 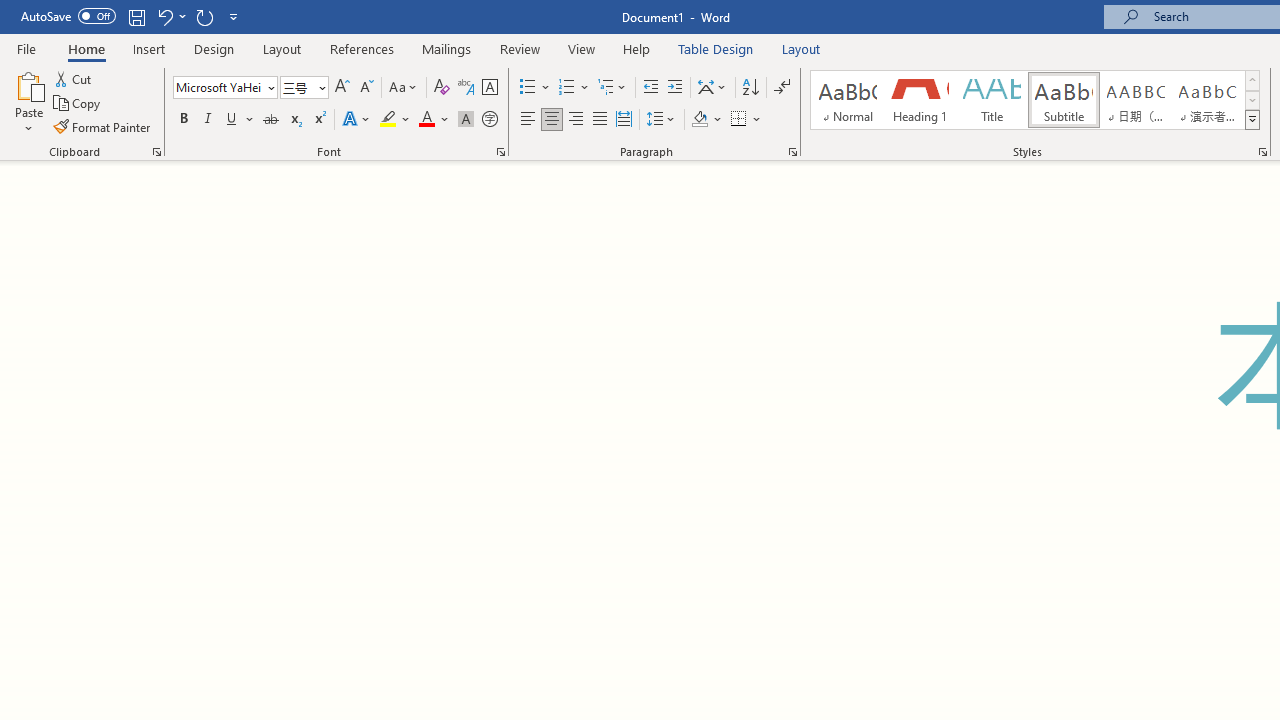 I want to click on 'References', so click(x=362, y=48).